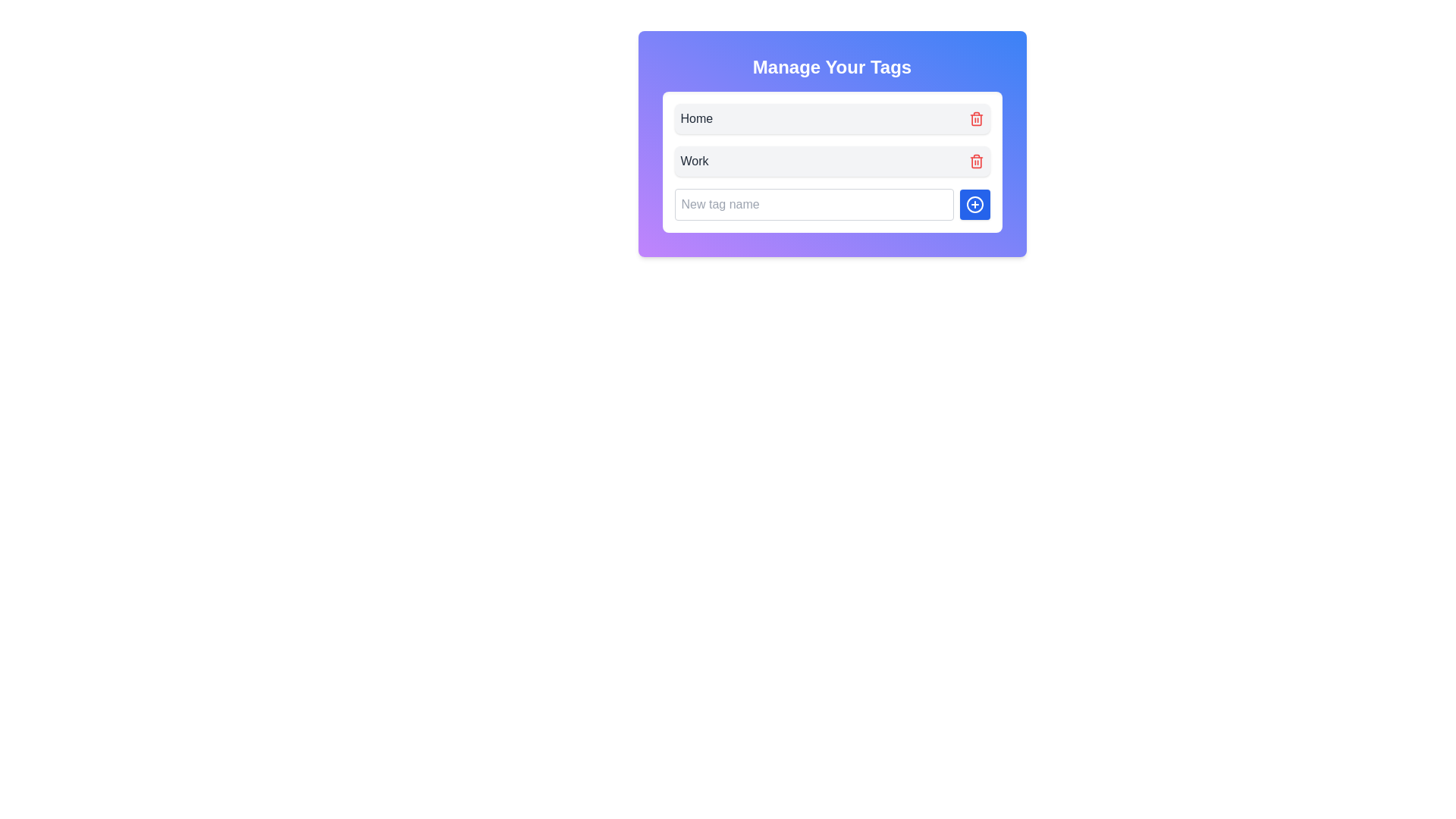  What do you see at coordinates (694, 161) in the screenshot?
I see `the text label indicating the name of a tag, located in the second row under 'Manage Your Tags', to the left of the red delete button` at bounding box center [694, 161].